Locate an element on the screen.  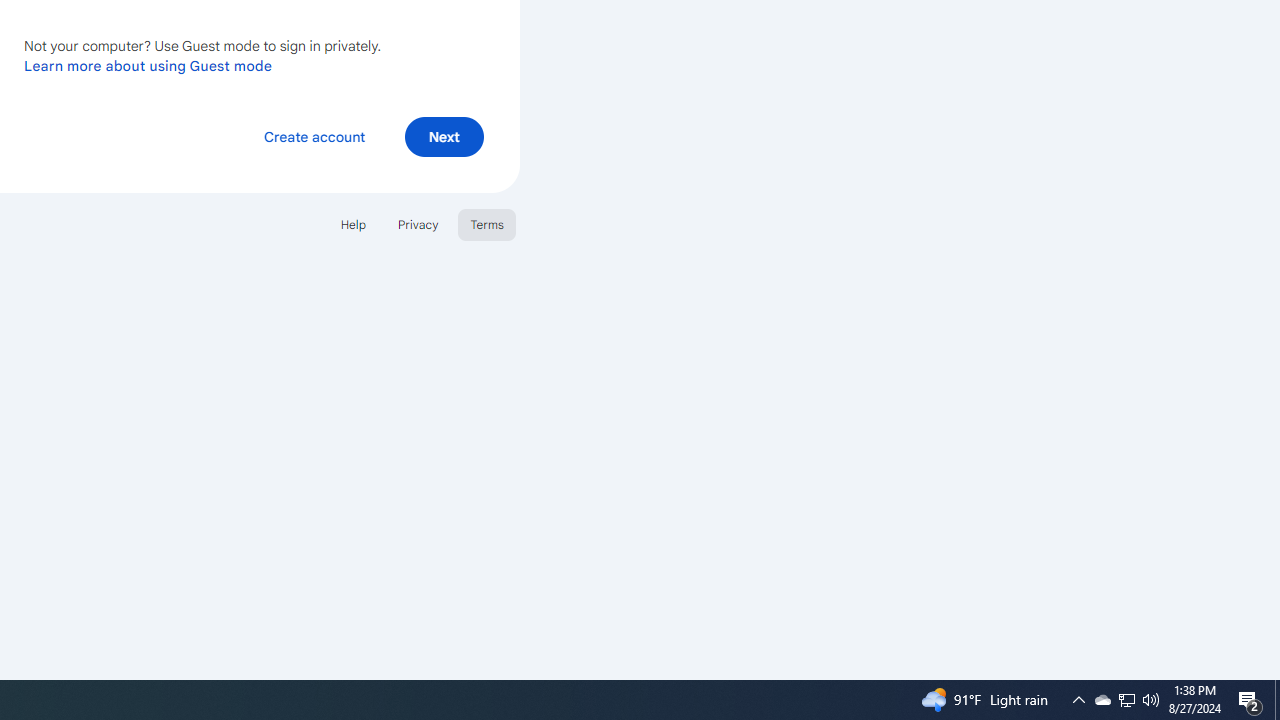
'Next' is located at coordinates (443, 135).